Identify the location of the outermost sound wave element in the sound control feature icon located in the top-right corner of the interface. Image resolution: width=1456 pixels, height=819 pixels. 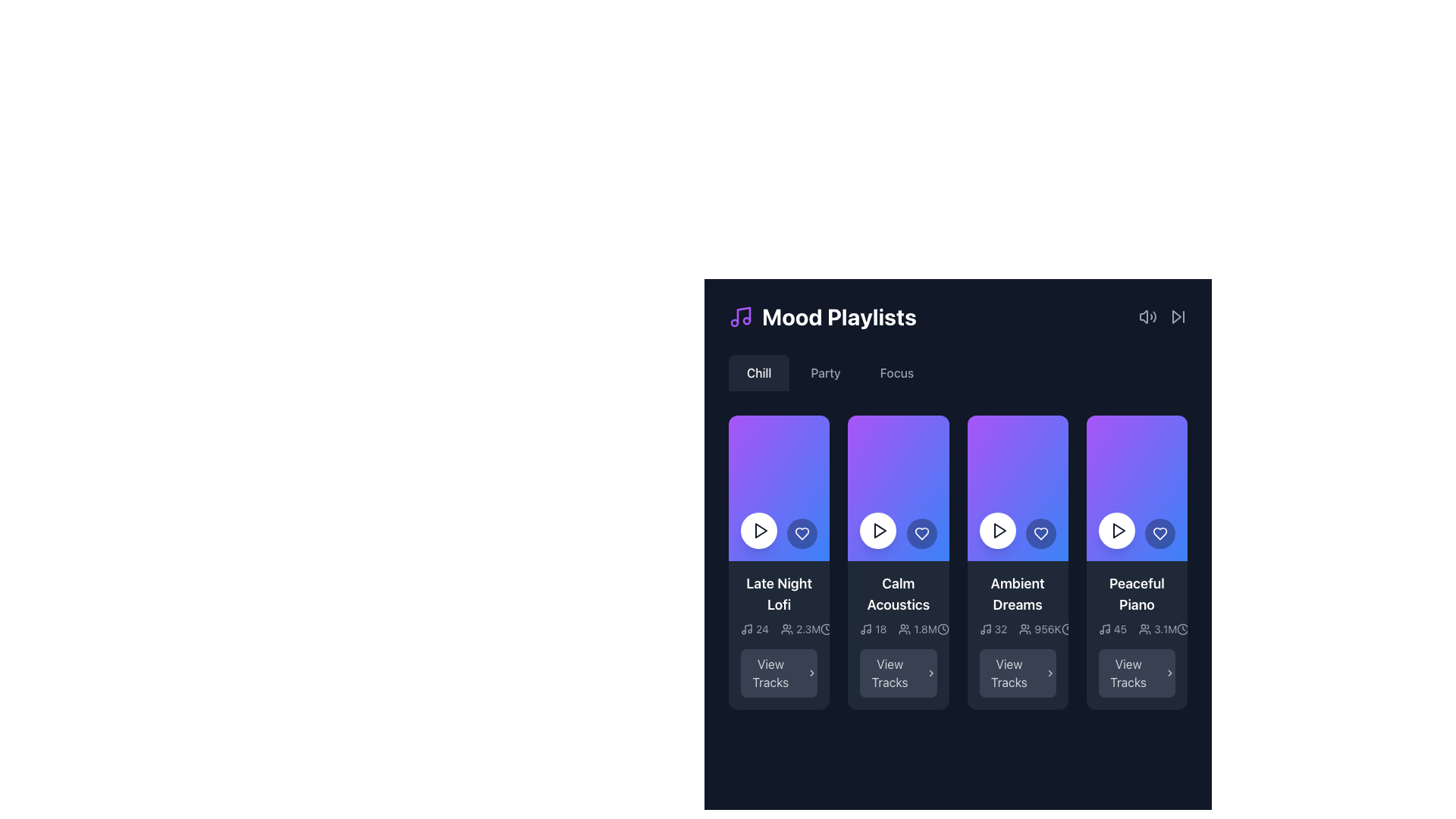
(1153, 315).